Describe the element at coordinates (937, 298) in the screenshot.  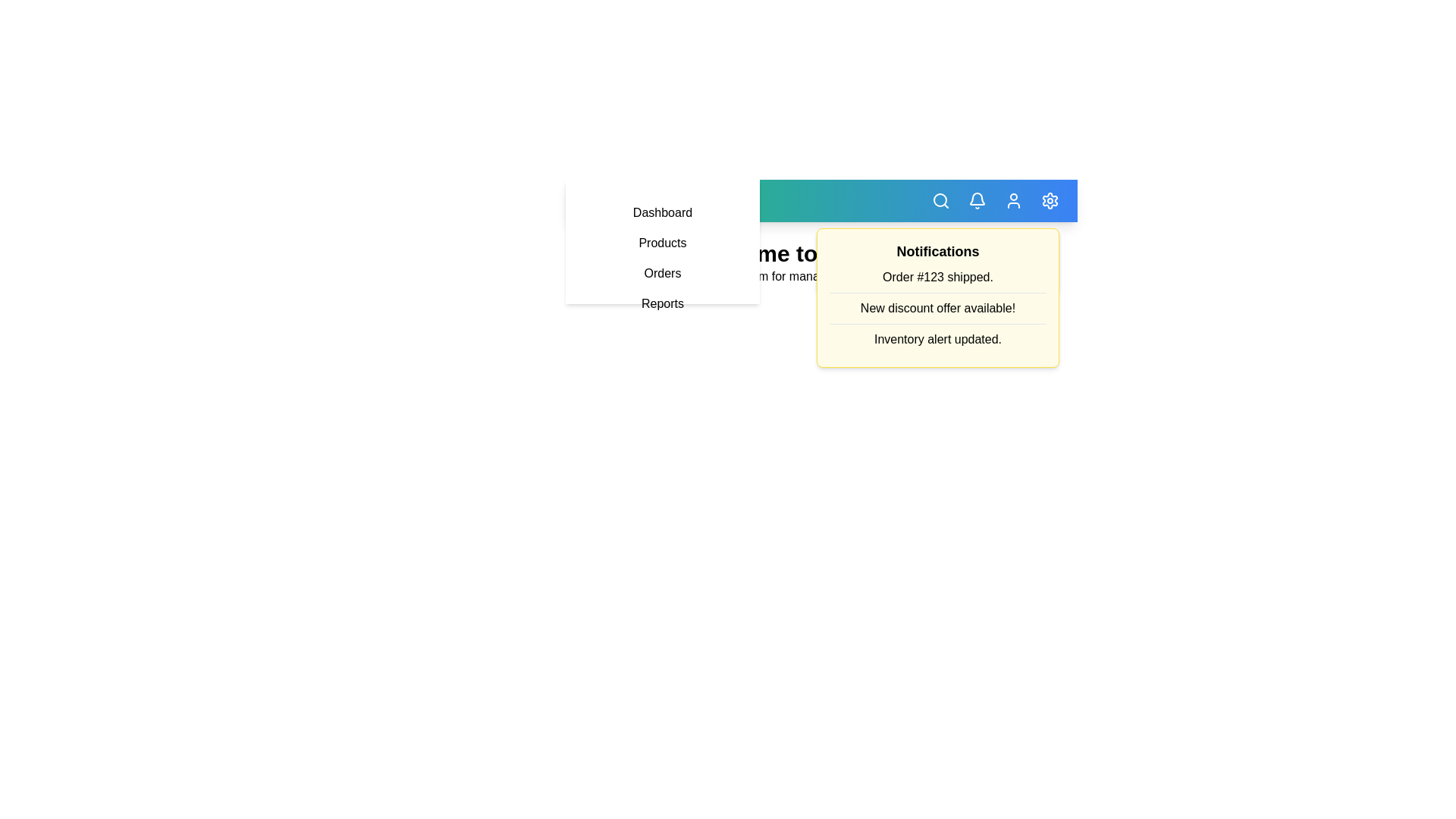
I see `the notification text field displaying 'New discount offer available!' which is the second item in the list of notifications` at that location.